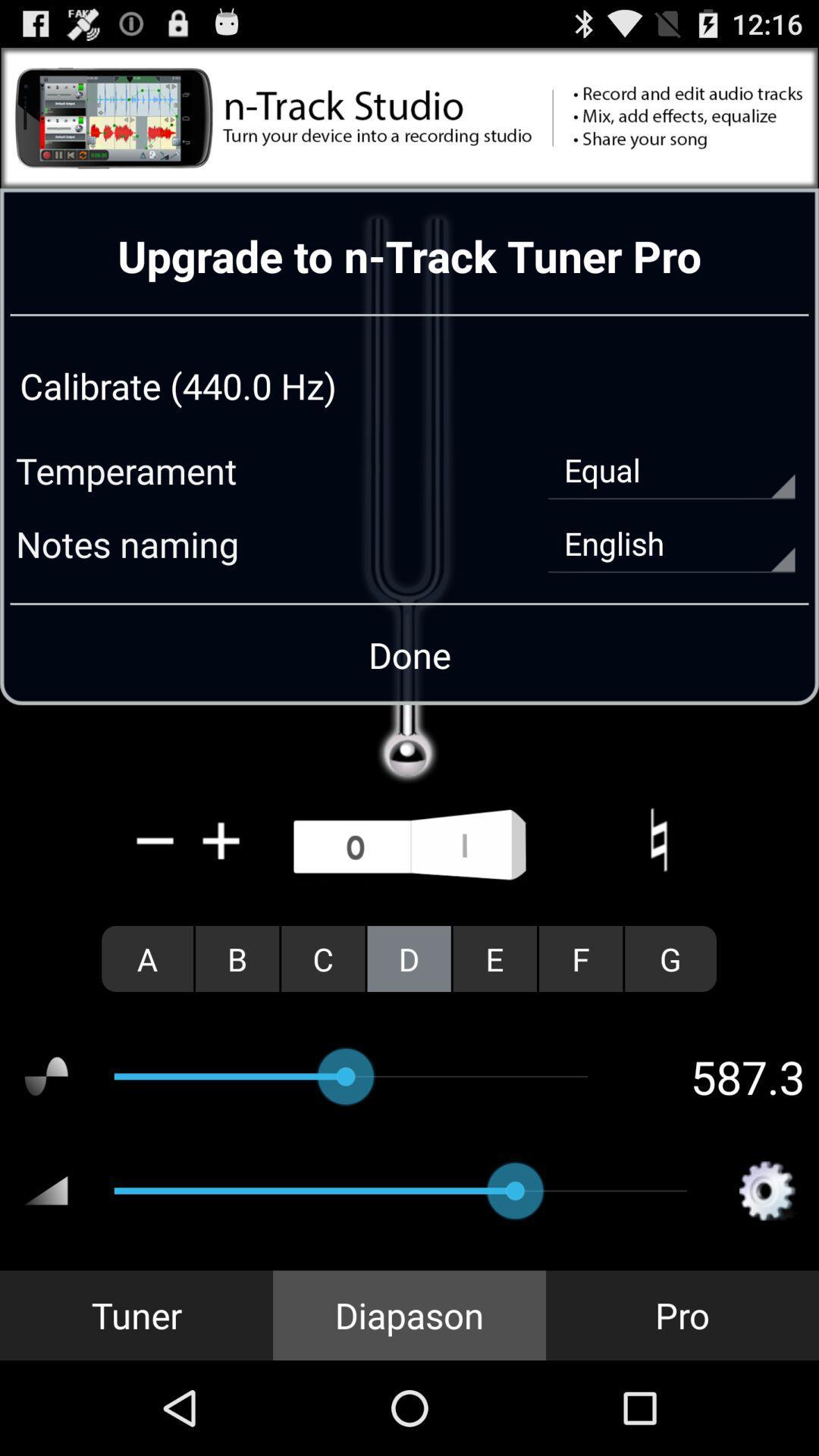  I want to click on radio button to the right of a icon, so click(237, 958).